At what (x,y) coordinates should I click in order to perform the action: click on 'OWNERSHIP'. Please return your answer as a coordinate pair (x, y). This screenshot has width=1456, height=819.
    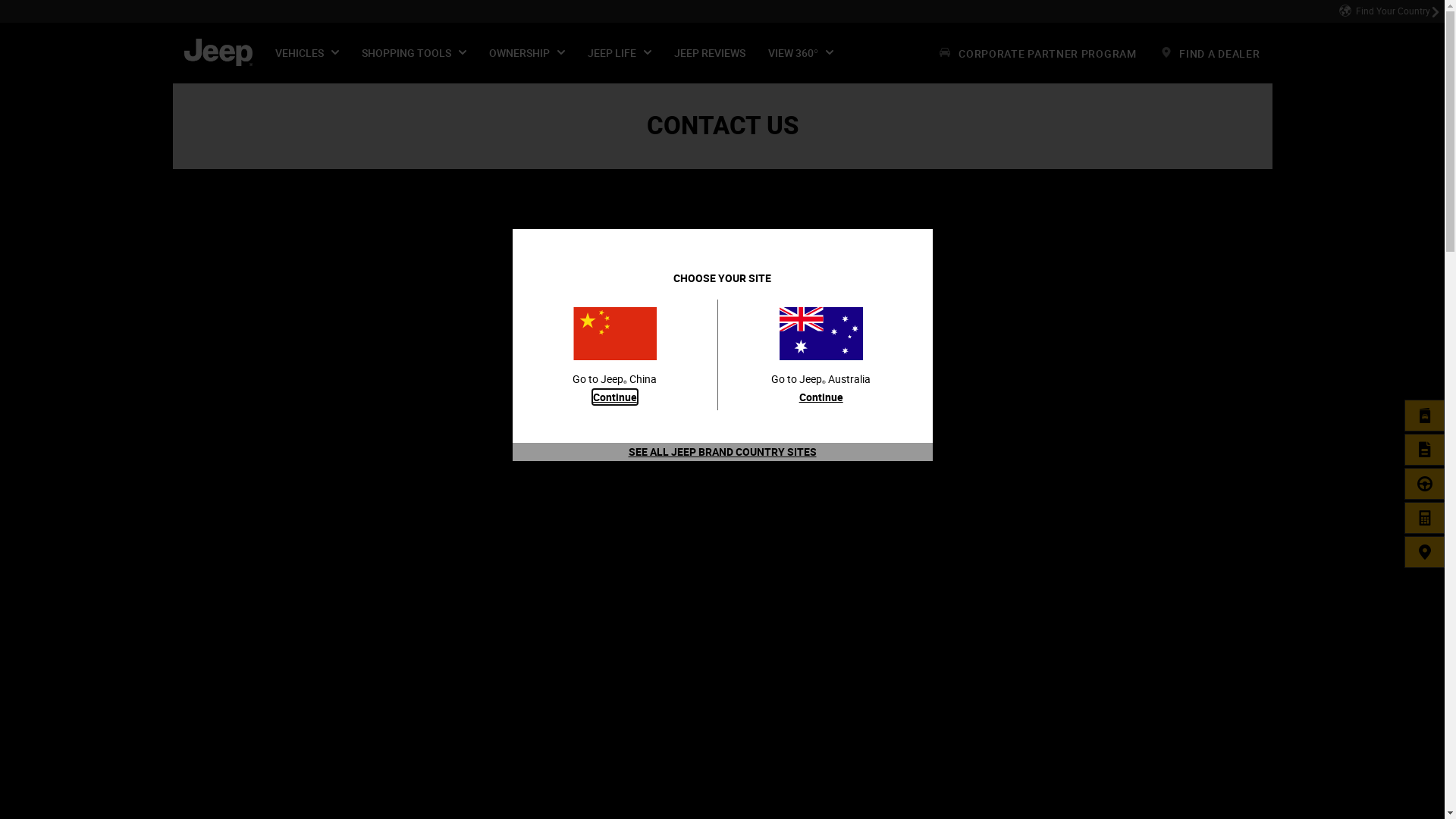
    Looking at the image, I should click on (527, 52).